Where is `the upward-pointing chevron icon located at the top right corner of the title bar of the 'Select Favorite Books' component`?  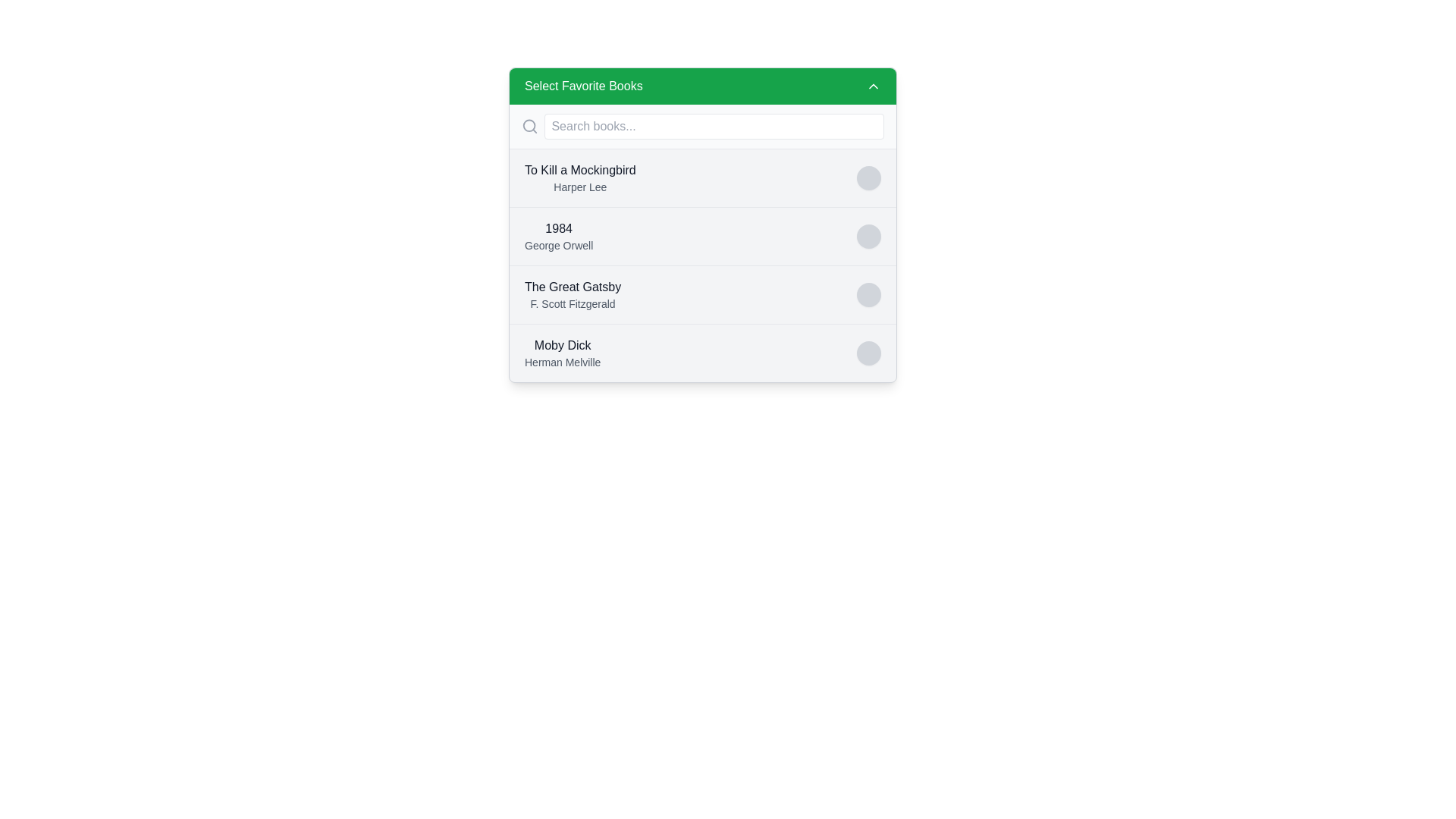
the upward-pointing chevron icon located at the top right corner of the title bar of the 'Select Favorite Books' component is located at coordinates (874, 86).